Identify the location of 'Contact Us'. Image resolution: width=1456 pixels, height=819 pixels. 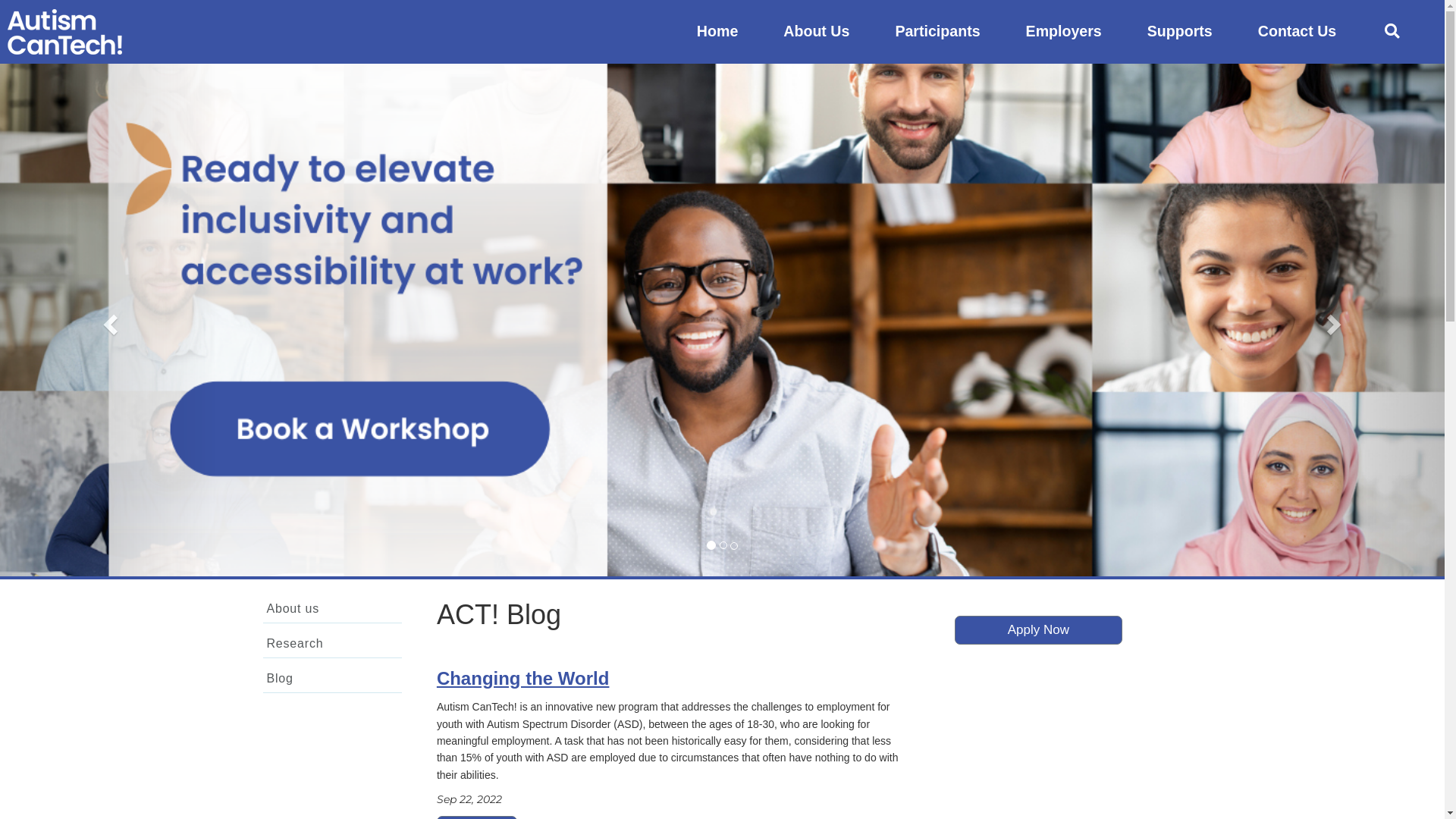
(1296, 32).